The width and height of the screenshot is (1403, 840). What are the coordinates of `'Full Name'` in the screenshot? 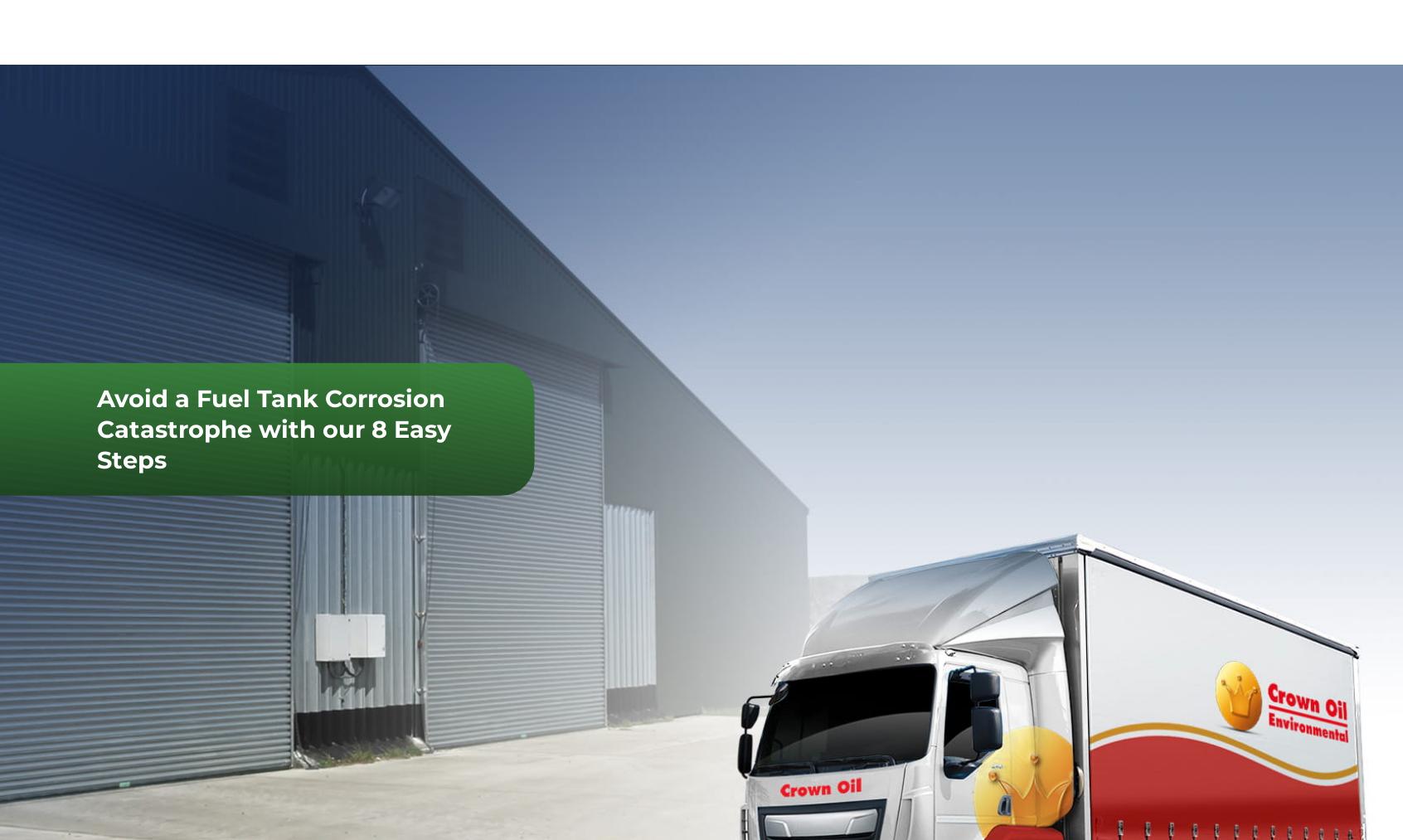 It's located at (1160, 630).